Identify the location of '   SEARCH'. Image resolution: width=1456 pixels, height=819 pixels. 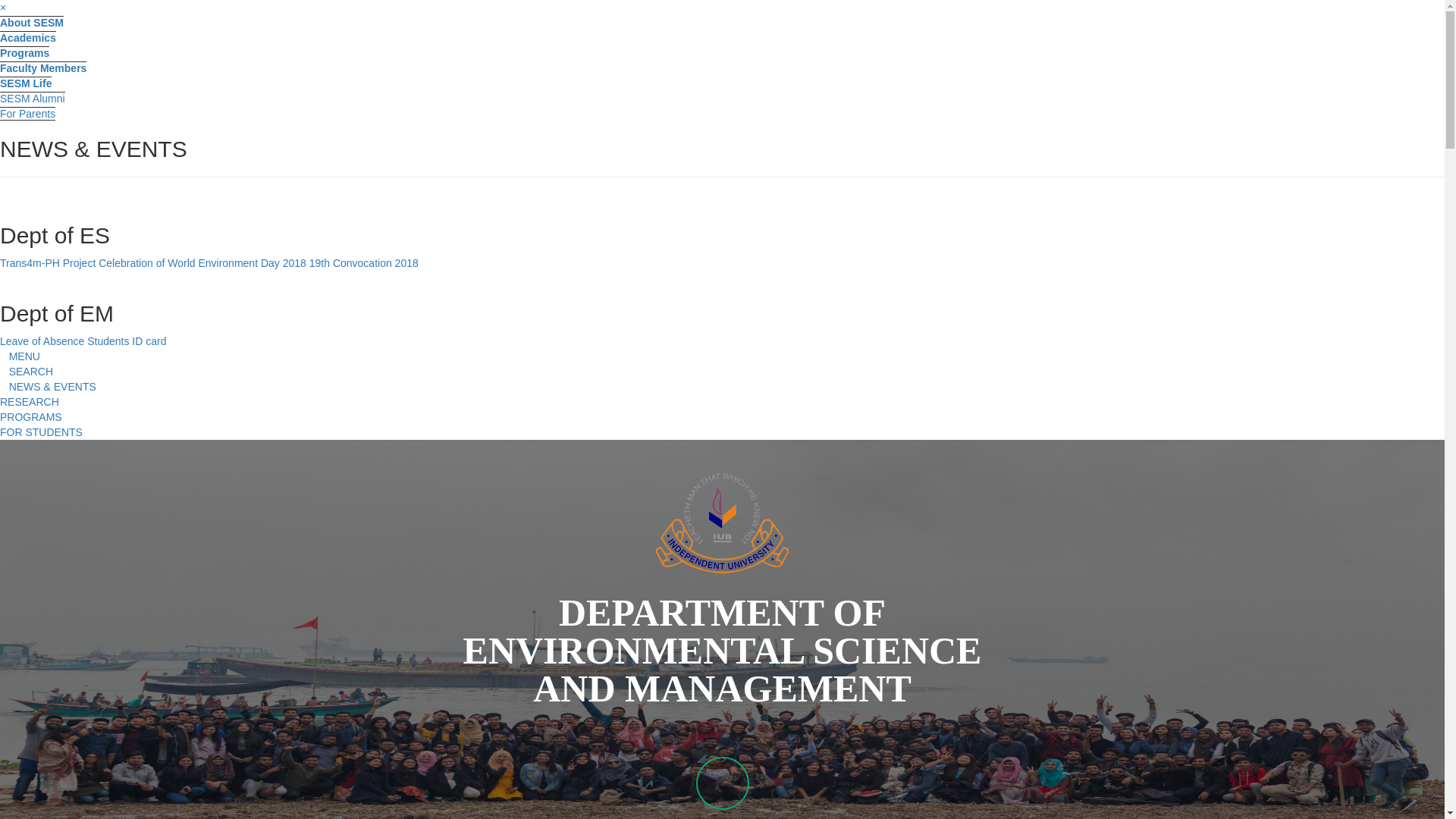
(721, 371).